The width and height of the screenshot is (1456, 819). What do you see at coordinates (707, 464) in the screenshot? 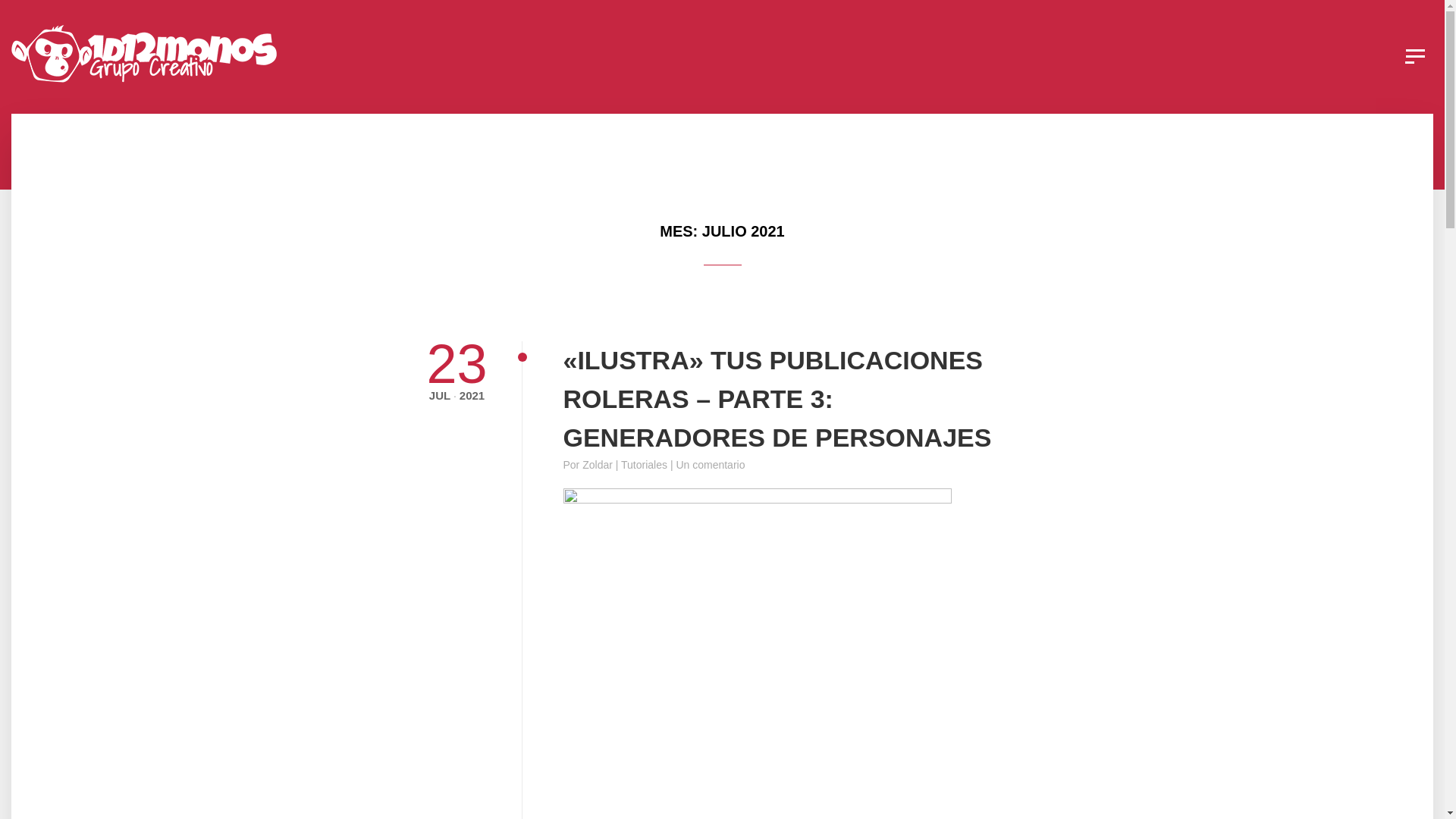
I see `'| Un comentario'` at bounding box center [707, 464].